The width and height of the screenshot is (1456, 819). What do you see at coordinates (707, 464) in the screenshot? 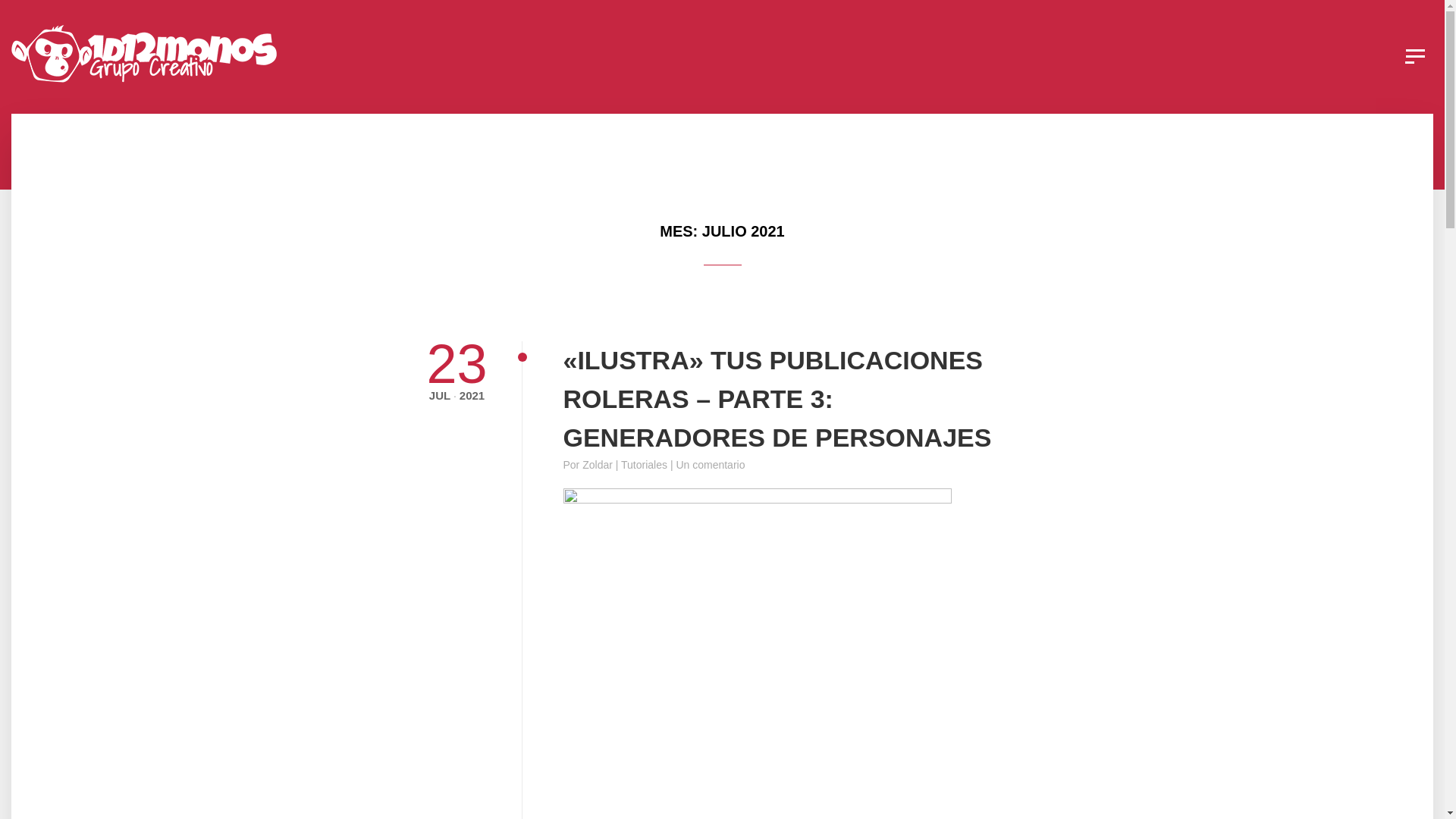
I see `'| Un comentario'` at bounding box center [707, 464].